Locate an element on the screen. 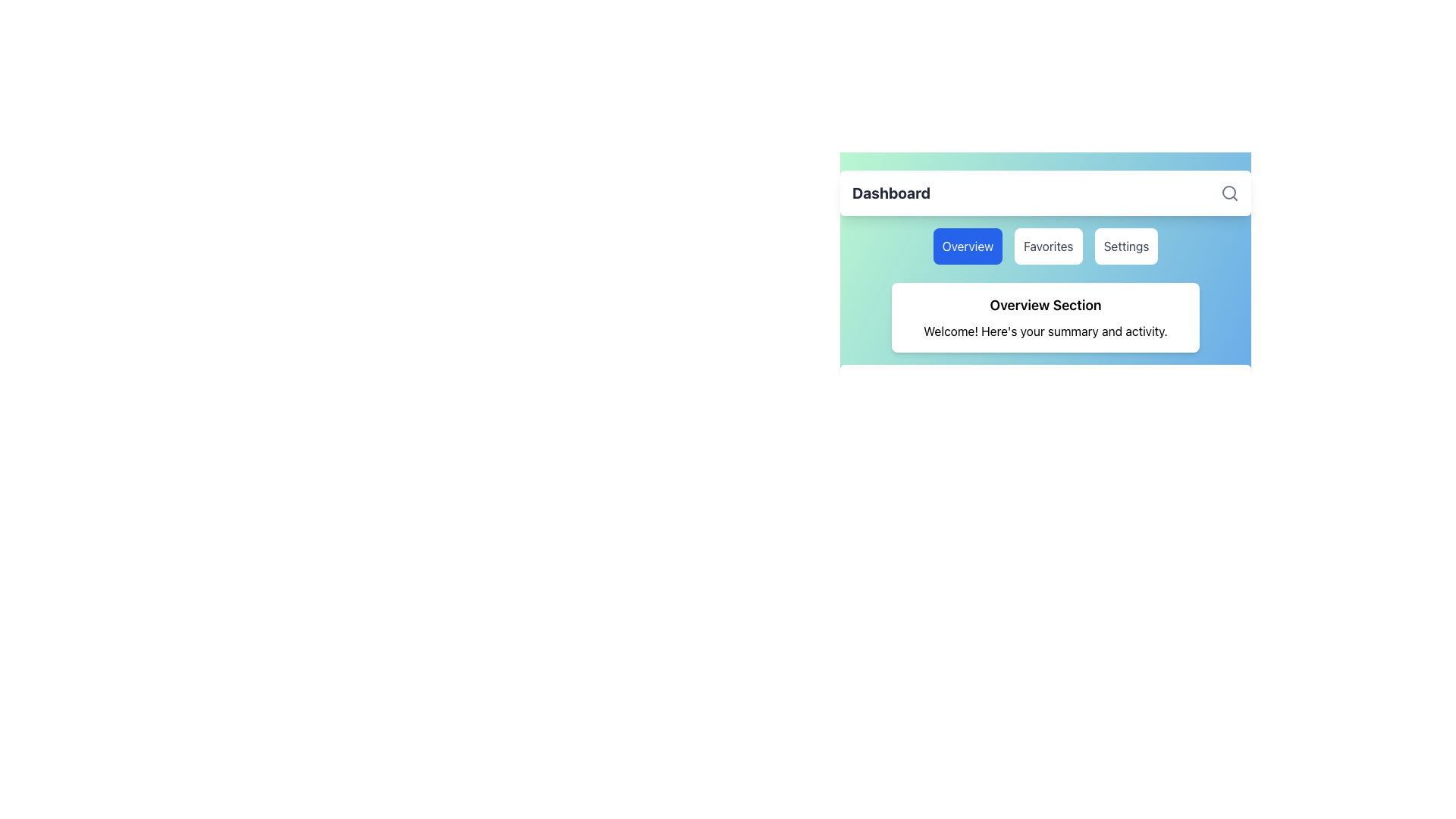 This screenshot has height=819, width=1456. the search button located in the top-right corner of the white rectangular bar containing the text 'Dashboard' is located at coordinates (1230, 192).